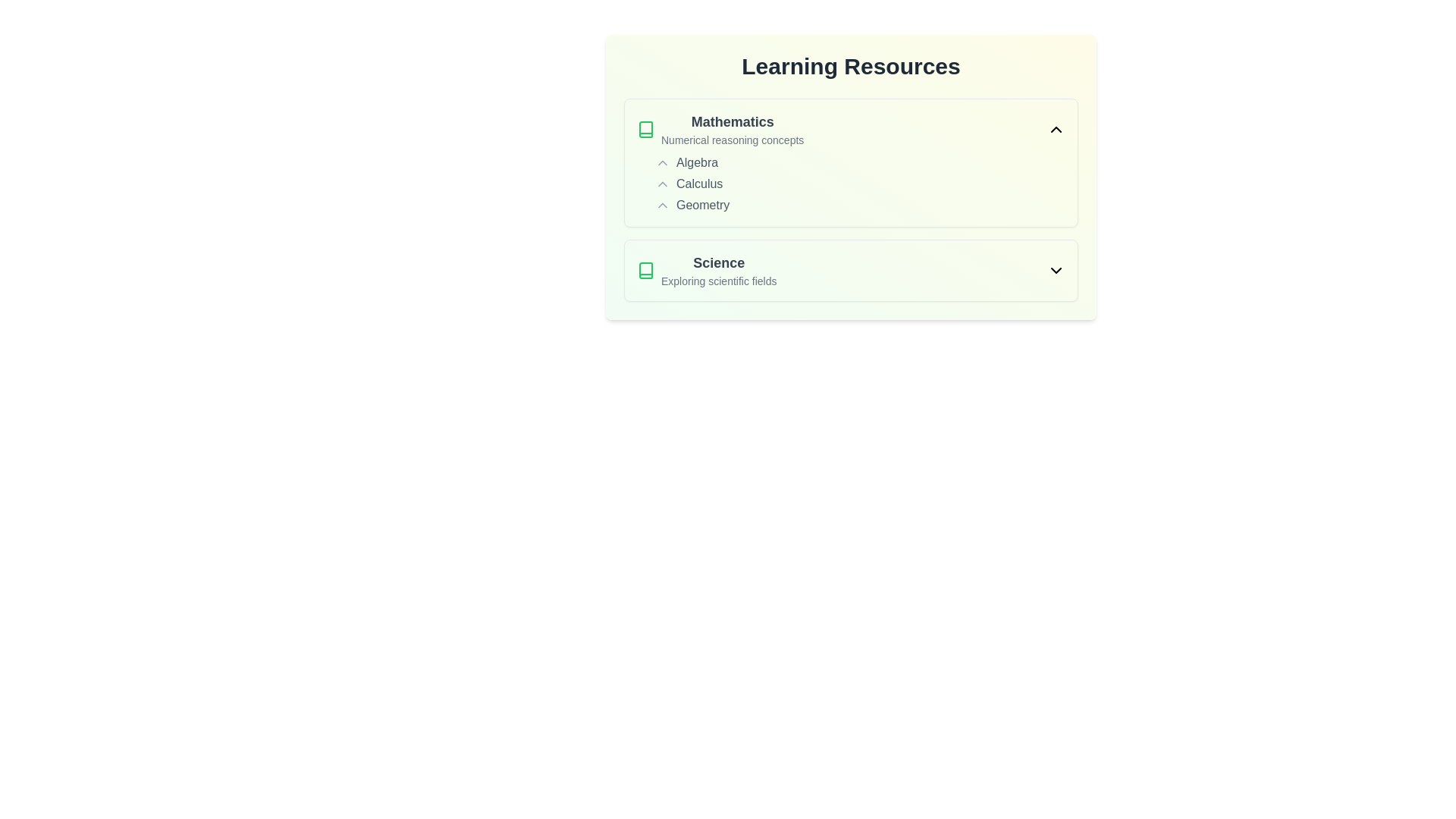  What do you see at coordinates (720, 121) in the screenshot?
I see `the text description of 'Mathematics'` at bounding box center [720, 121].